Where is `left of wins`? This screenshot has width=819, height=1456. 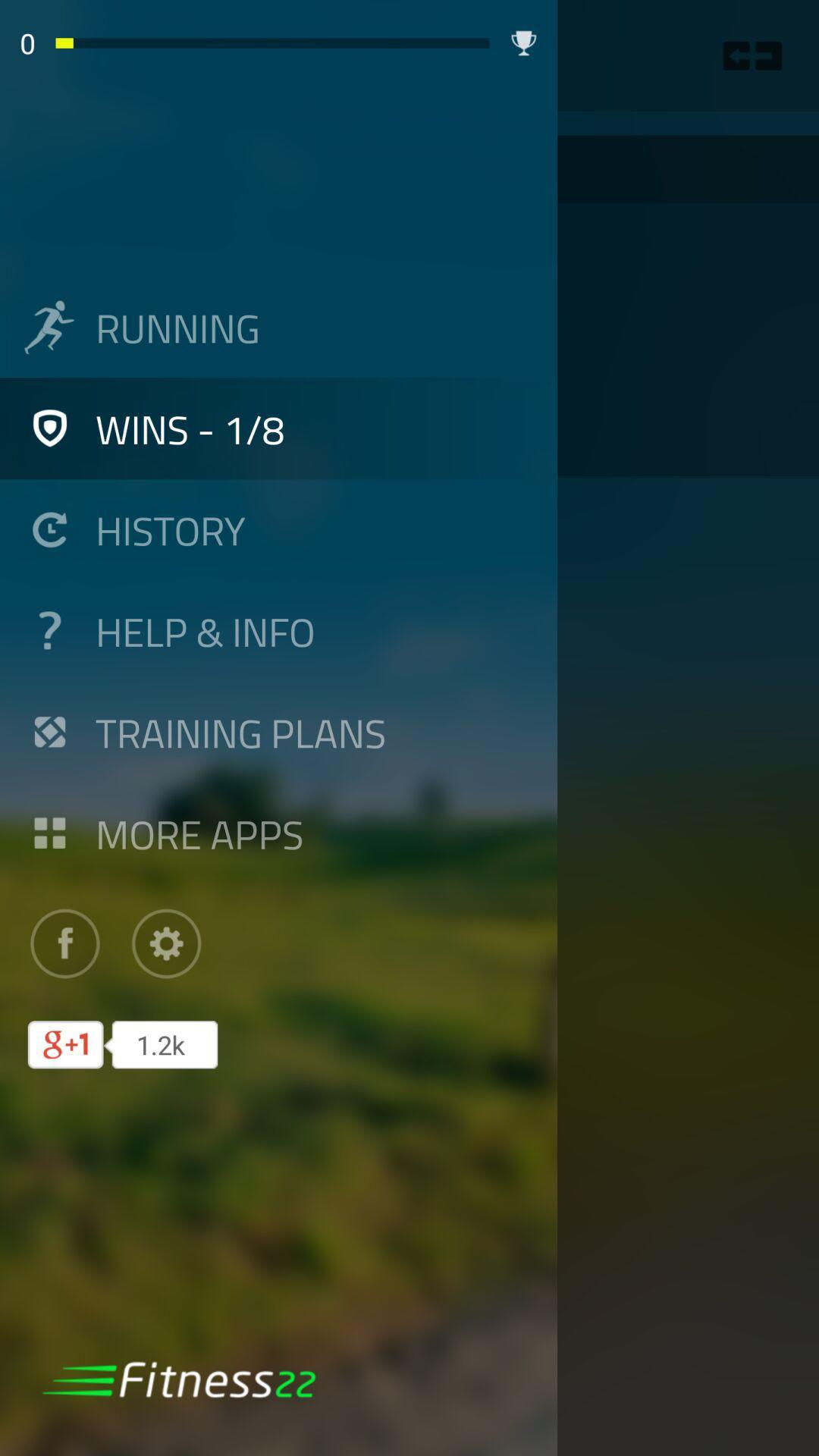 left of wins is located at coordinates (49, 428).